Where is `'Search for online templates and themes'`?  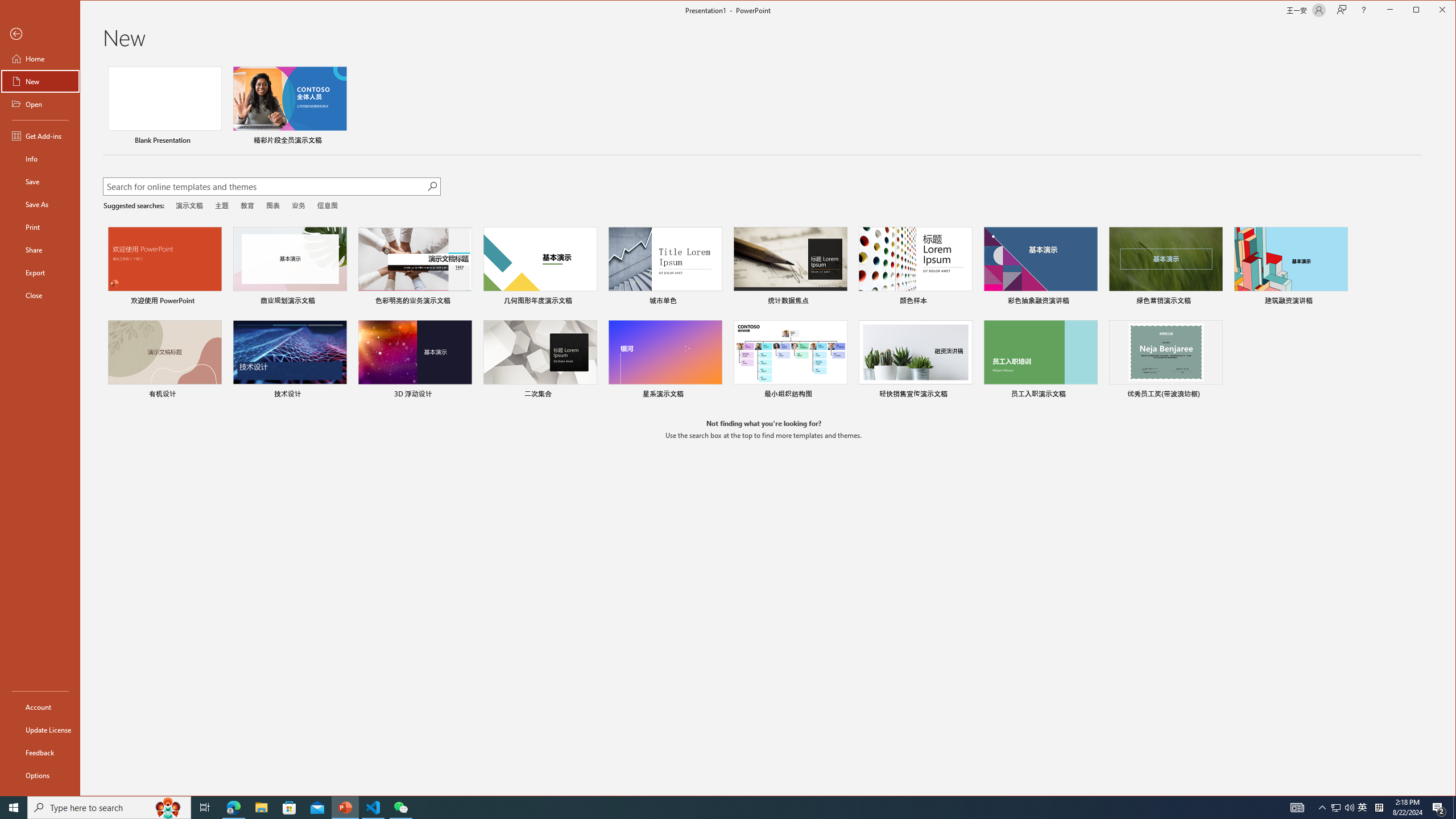
'Search for online templates and themes' is located at coordinates (264, 187).